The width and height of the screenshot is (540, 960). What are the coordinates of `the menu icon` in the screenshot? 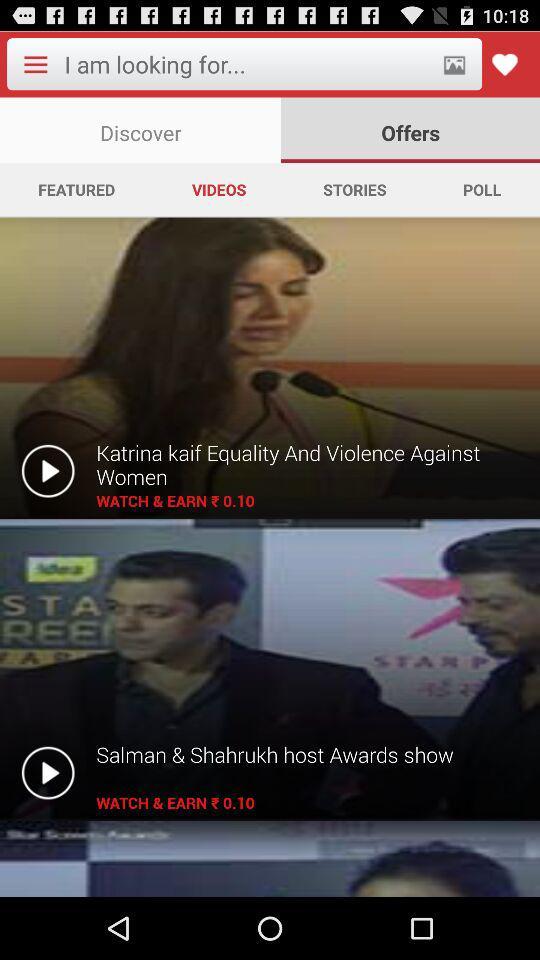 It's located at (35, 68).